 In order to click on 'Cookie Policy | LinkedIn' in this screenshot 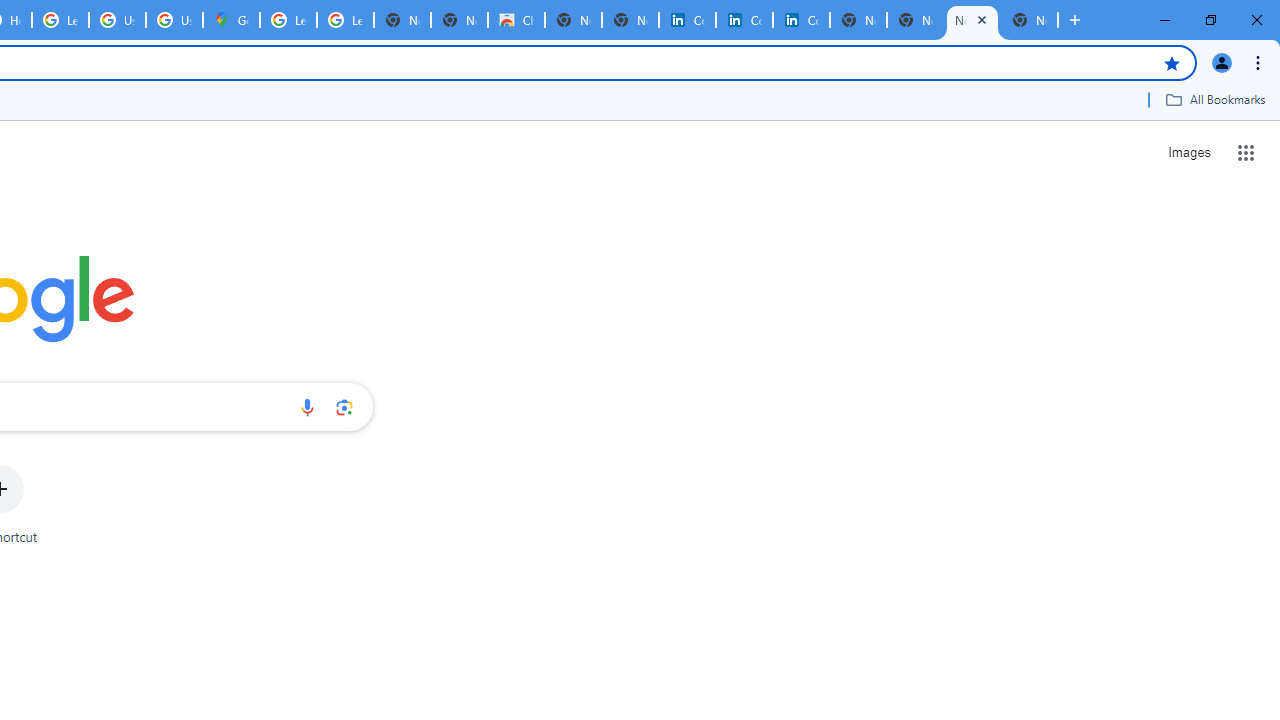, I will do `click(743, 20)`.